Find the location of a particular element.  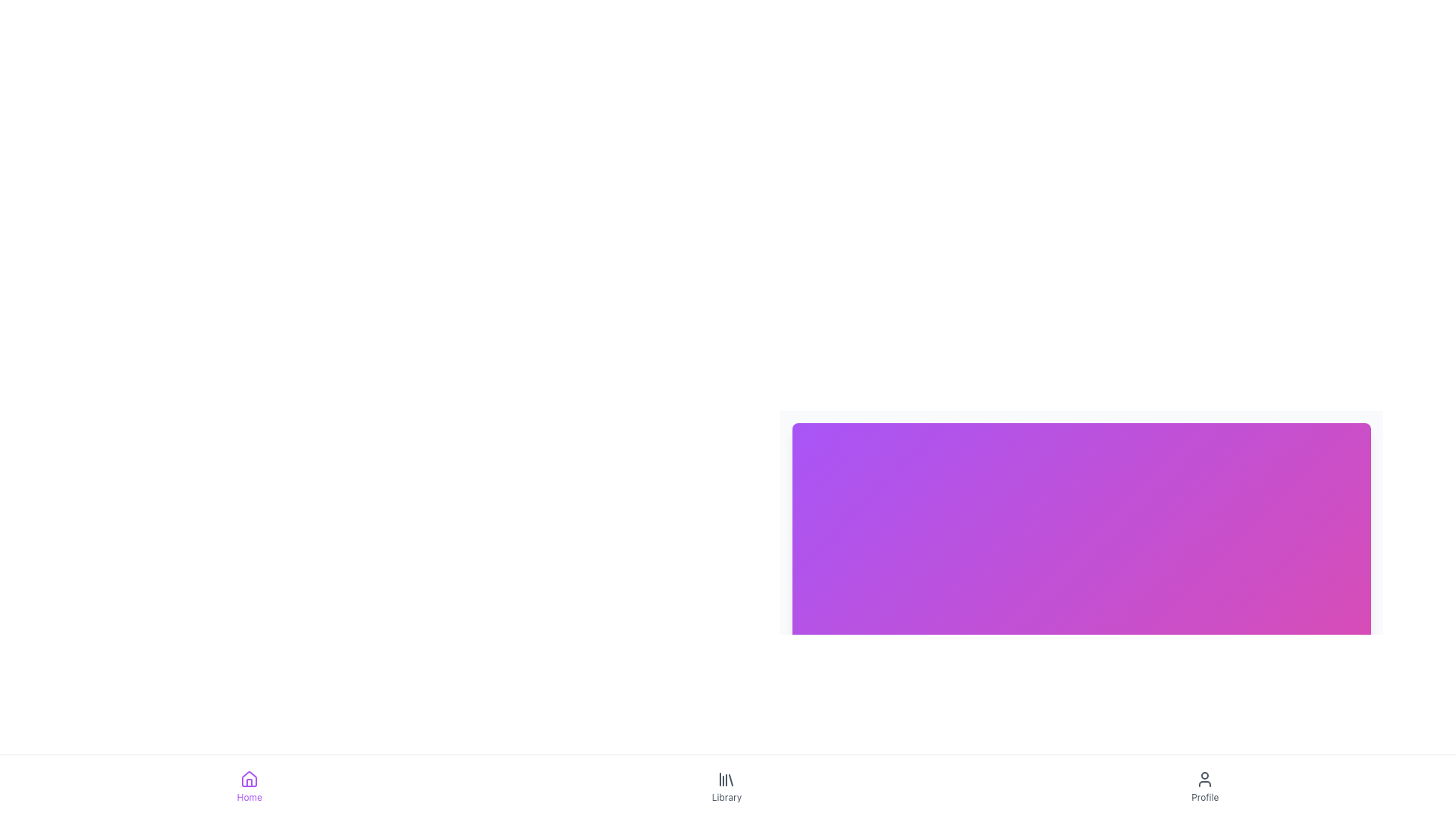

the 'Library' navigation tab, which is located in the bottom navigation bar and features an icon of a stack of books above the text 'Library' is located at coordinates (728, 786).